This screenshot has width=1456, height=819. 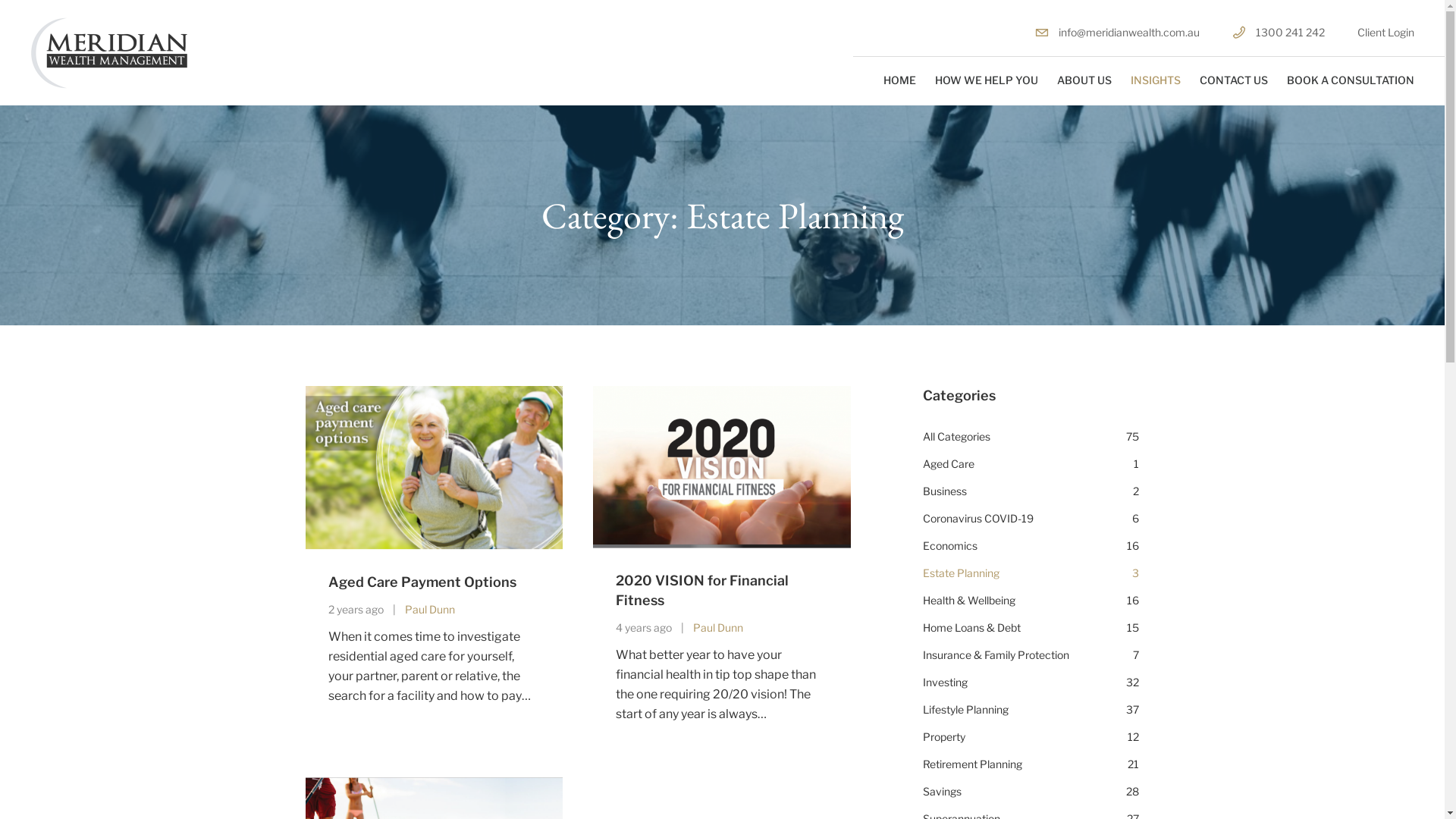 I want to click on 'Economics, so click(x=1031, y=546).